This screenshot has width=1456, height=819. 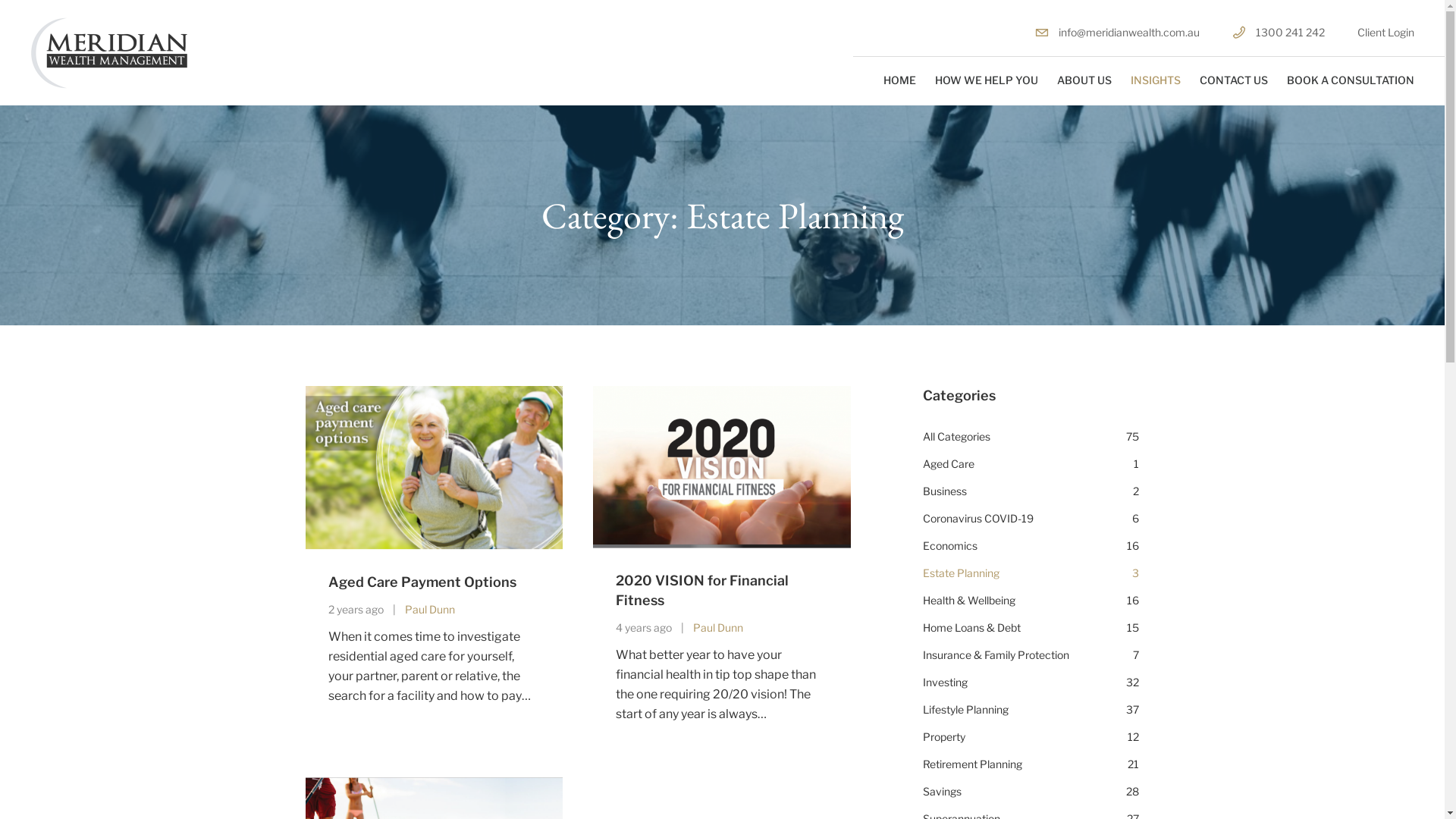 I want to click on 'Economics, so click(x=1031, y=546).